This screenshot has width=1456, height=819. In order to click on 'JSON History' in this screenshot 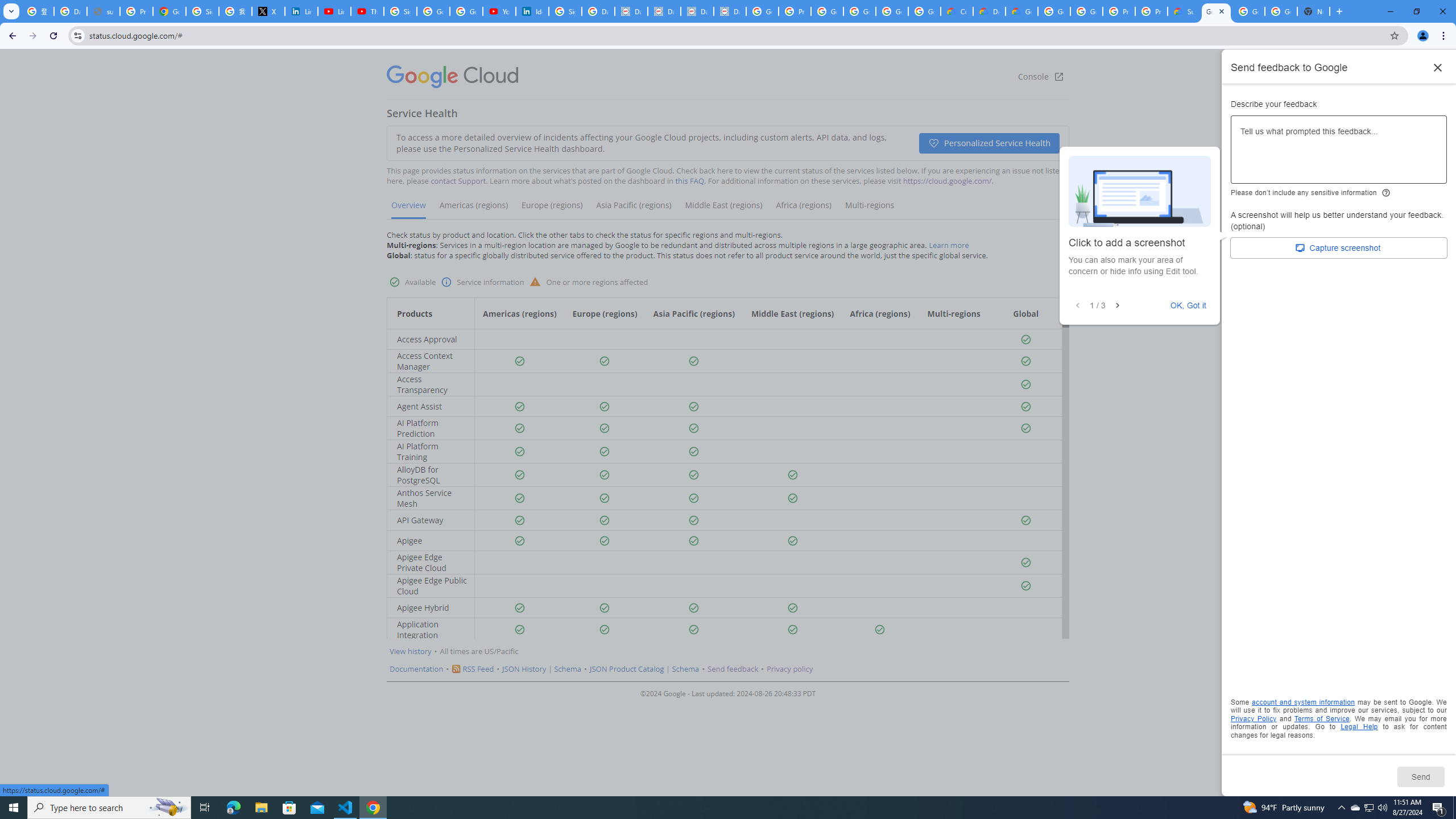, I will do `click(524, 668)`.